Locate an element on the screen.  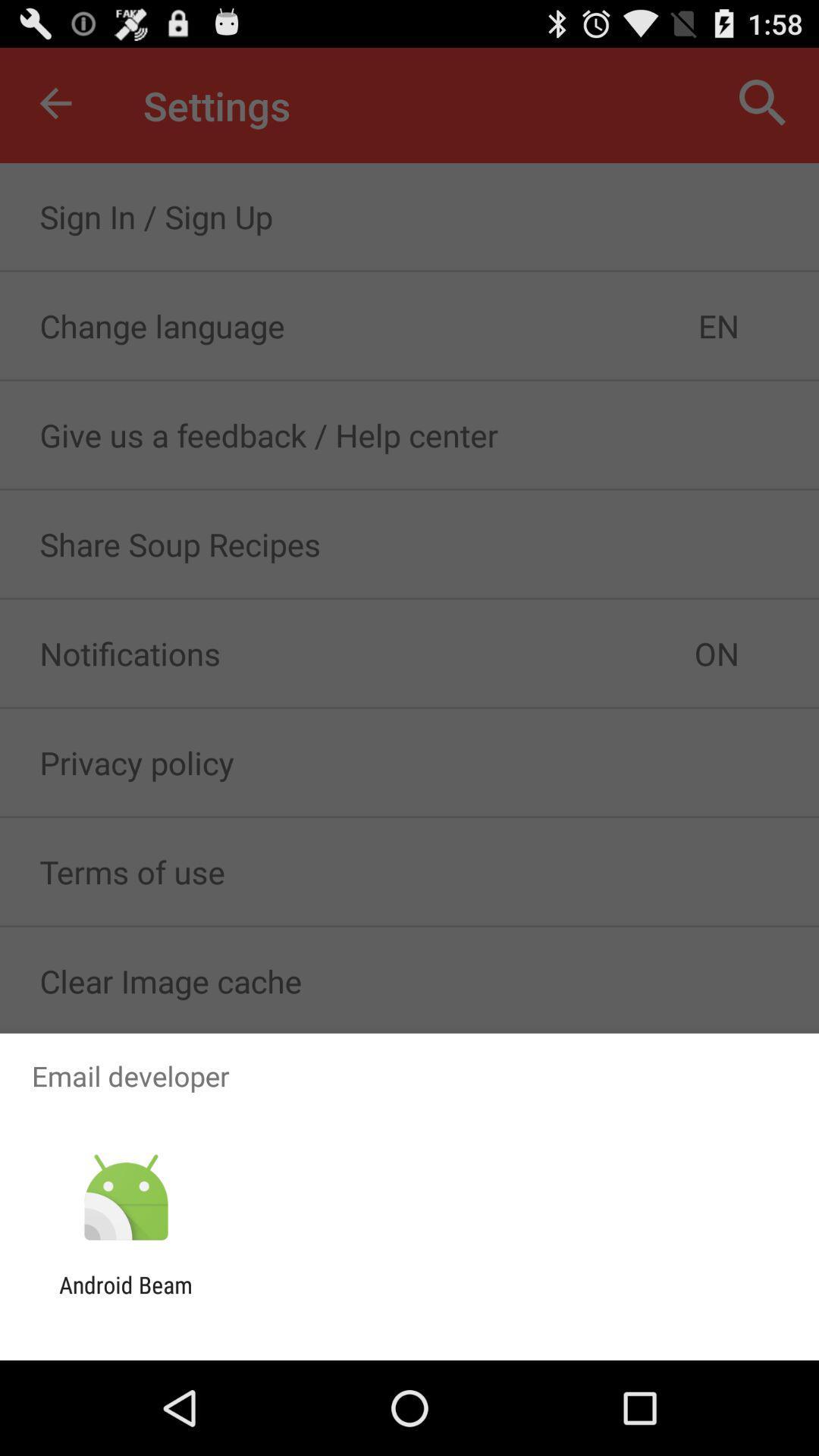
android beam is located at coordinates (125, 1298).